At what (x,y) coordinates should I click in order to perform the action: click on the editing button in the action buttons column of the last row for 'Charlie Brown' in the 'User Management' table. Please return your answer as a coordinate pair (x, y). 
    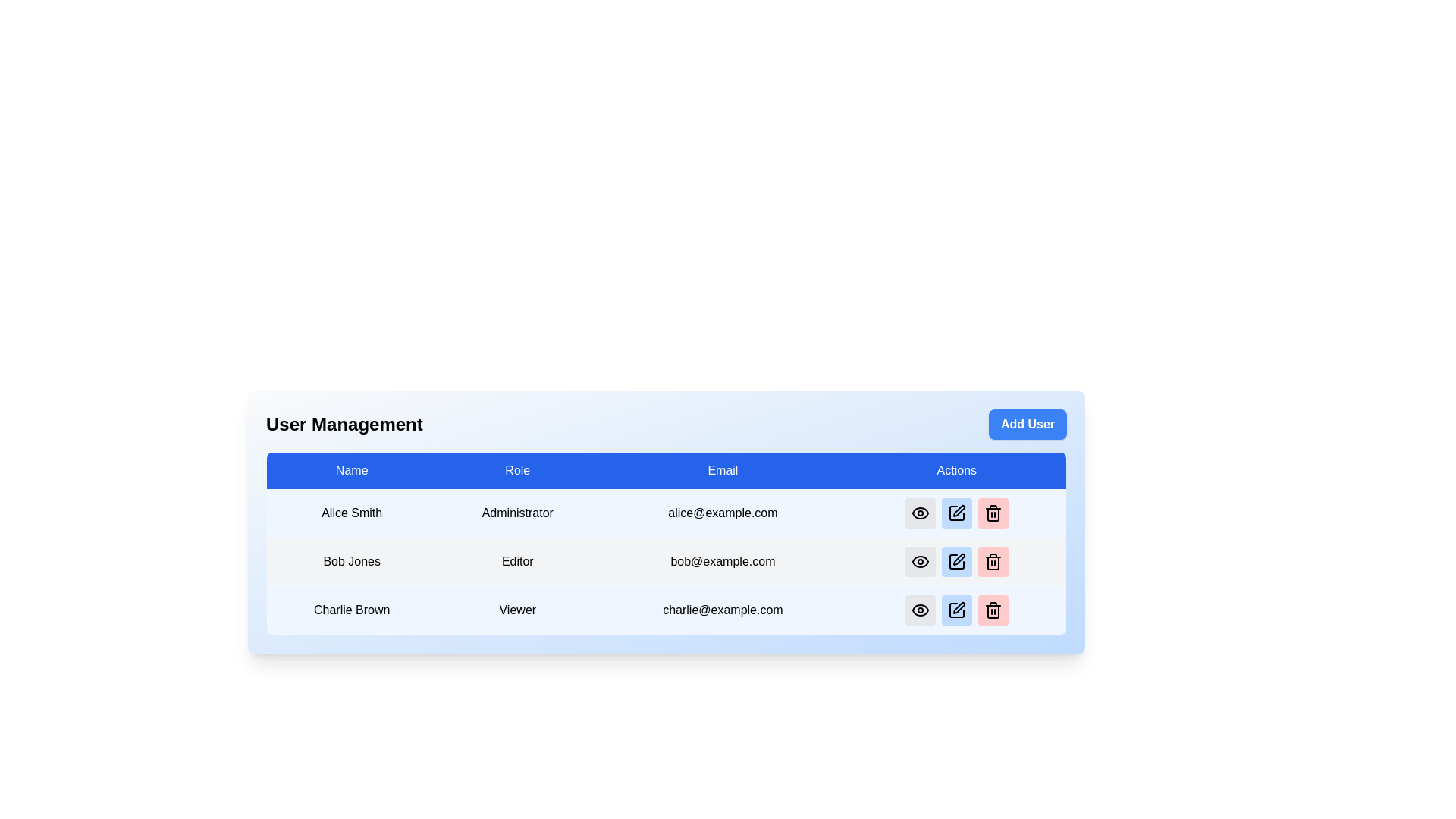
    Looking at the image, I should click on (955, 610).